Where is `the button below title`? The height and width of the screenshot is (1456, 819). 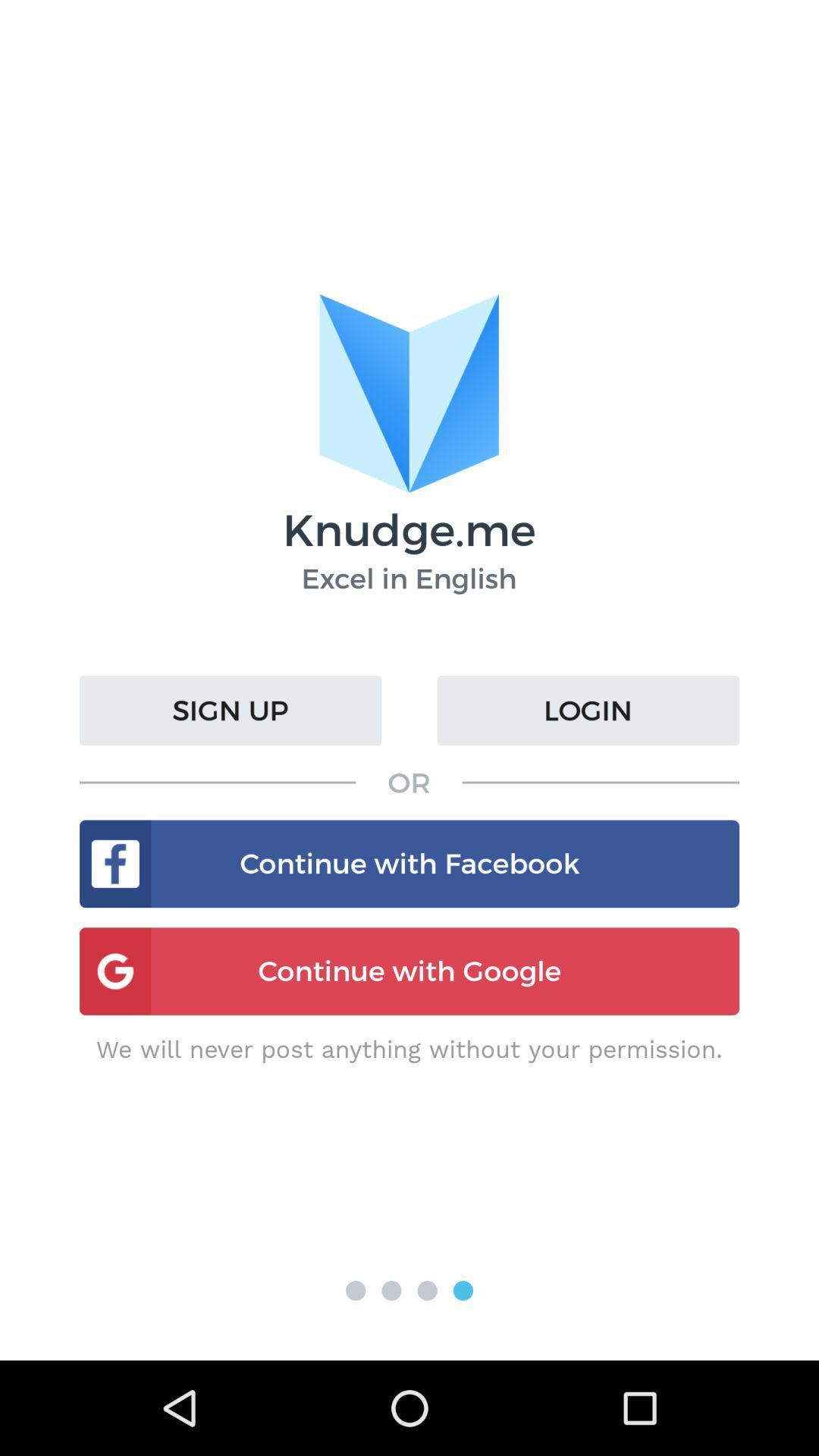
the button below title is located at coordinates (231, 709).